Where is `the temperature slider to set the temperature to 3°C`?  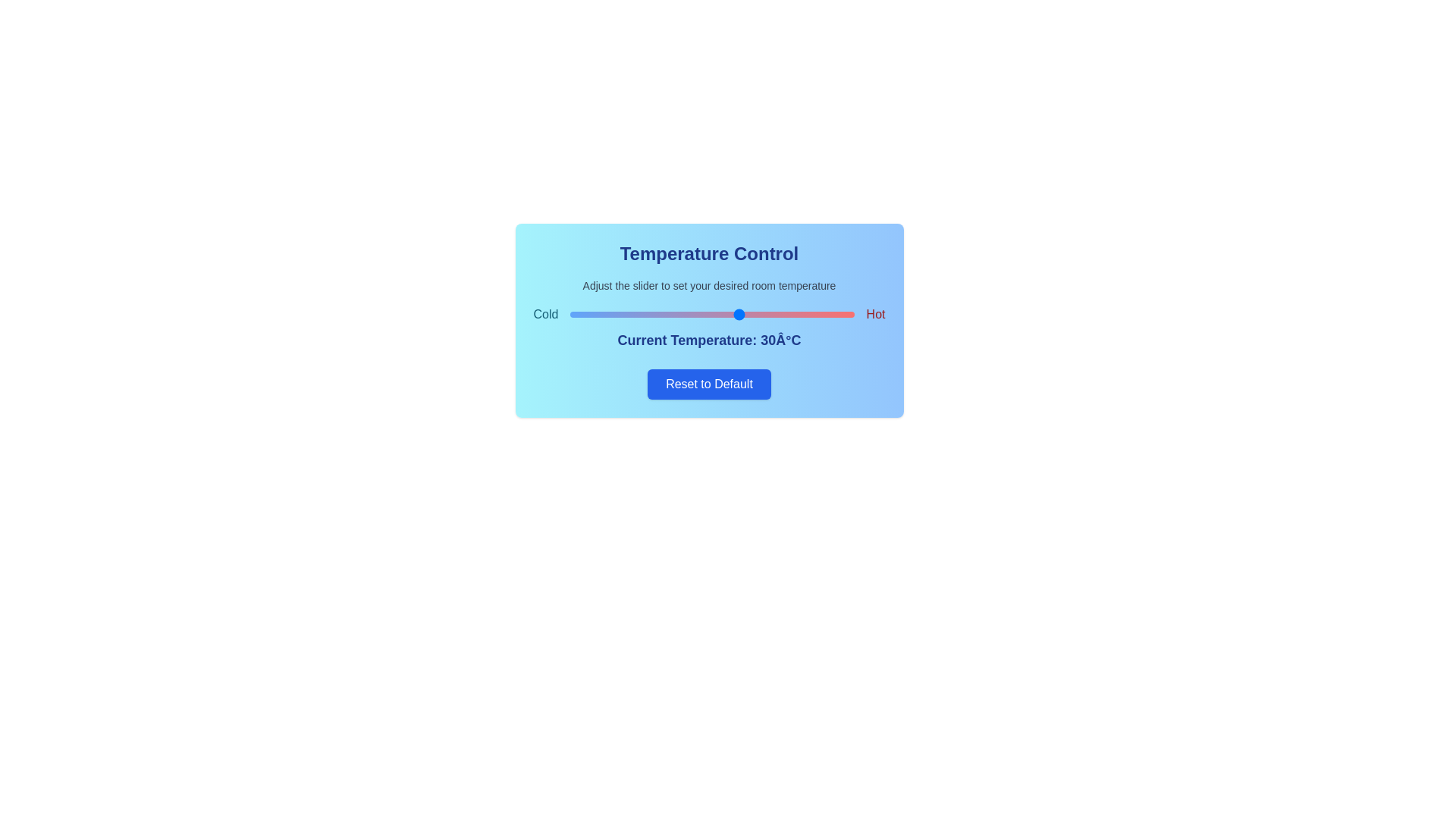
the temperature slider to set the temperature to 3°C is located at coordinates (586, 314).